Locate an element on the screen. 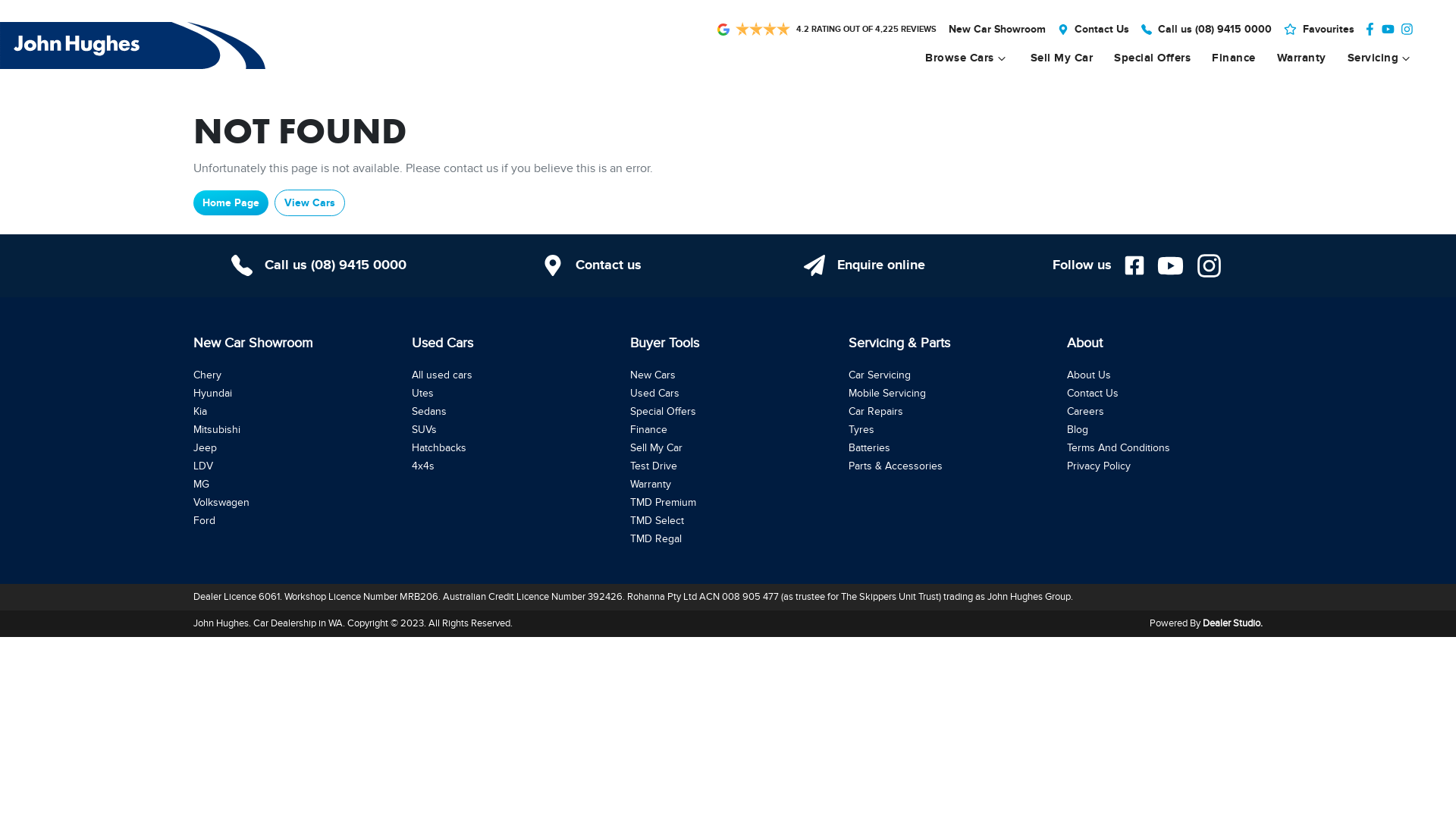 The width and height of the screenshot is (1456, 819). 'Contact us' is located at coordinates (590, 265).